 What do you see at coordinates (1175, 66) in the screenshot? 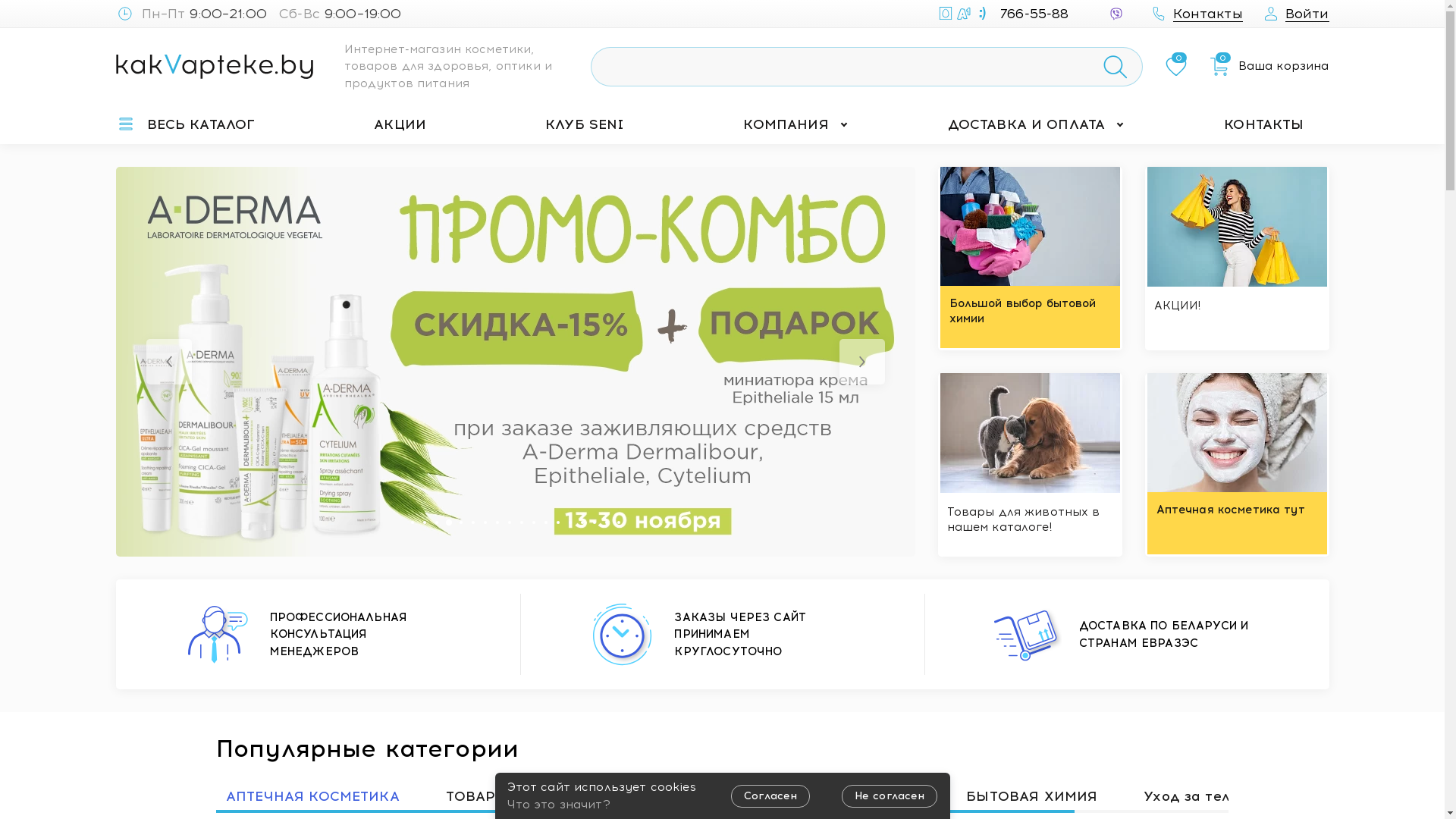
I see `'0'` at bounding box center [1175, 66].